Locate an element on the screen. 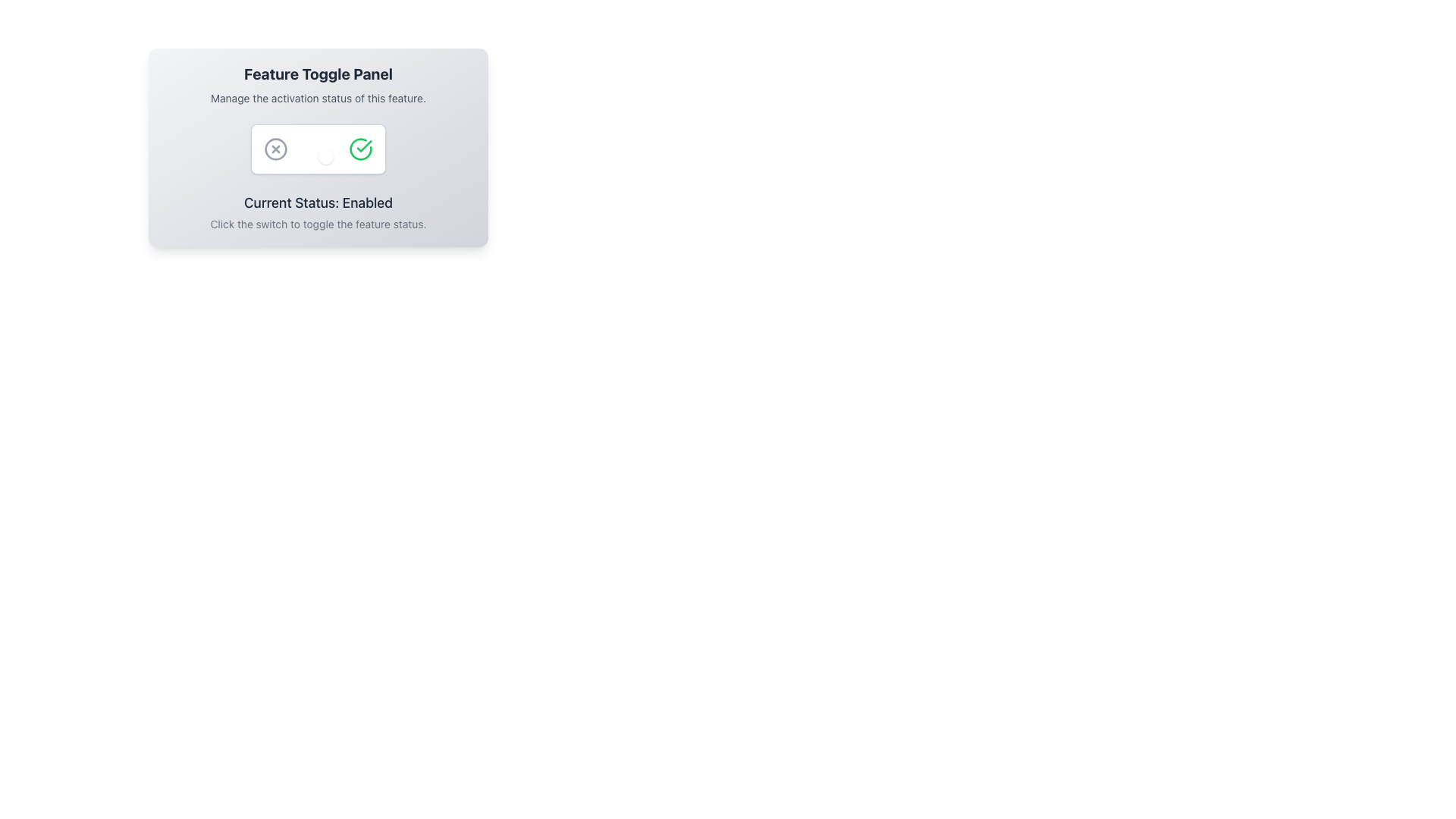 This screenshot has height=819, width=1456. the close icon, which is a circular icon with a gray border and a gray 'X' symbol in the center, located in the 'Feature Toggle Panel' is located at coordinates (276, 149).